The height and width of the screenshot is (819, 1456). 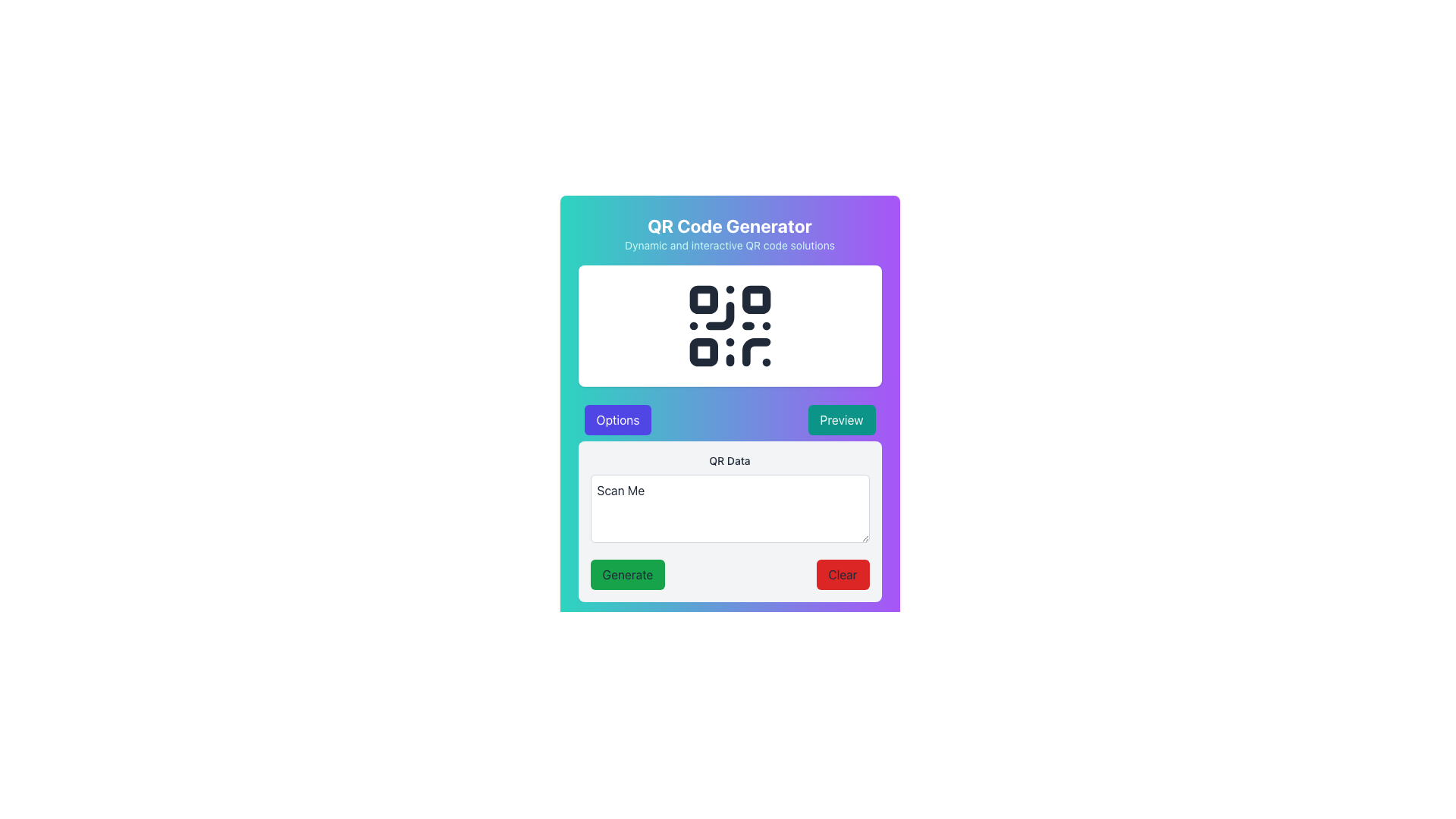 I want to click on text into the text input box located below the 'QR Data' label and above the 'Generate' and 'Clear' buttons, so click(x=730, y=503).